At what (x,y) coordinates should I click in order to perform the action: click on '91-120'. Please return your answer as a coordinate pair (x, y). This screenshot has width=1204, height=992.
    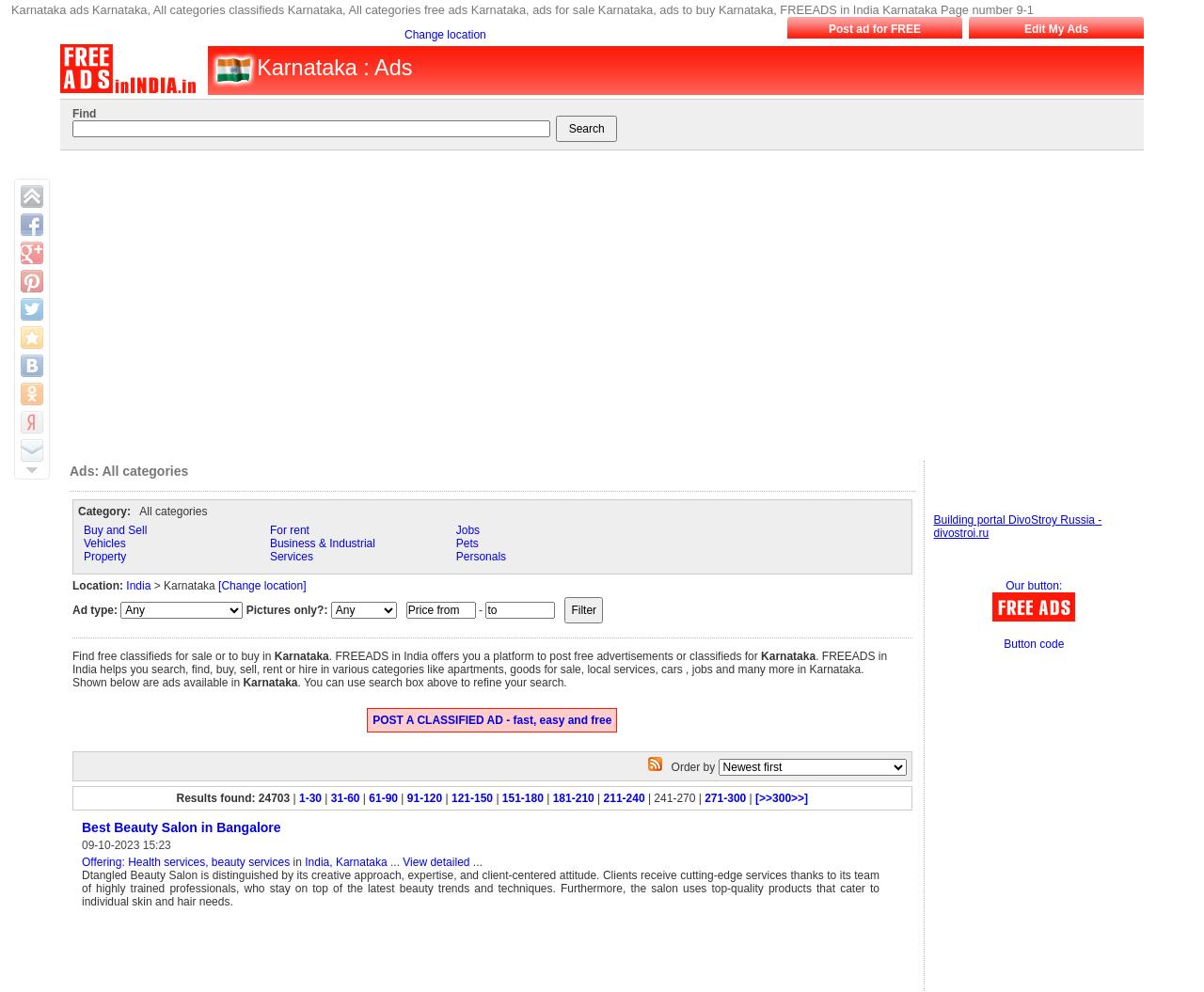
    Looking at the image, I should click on (422, 797).